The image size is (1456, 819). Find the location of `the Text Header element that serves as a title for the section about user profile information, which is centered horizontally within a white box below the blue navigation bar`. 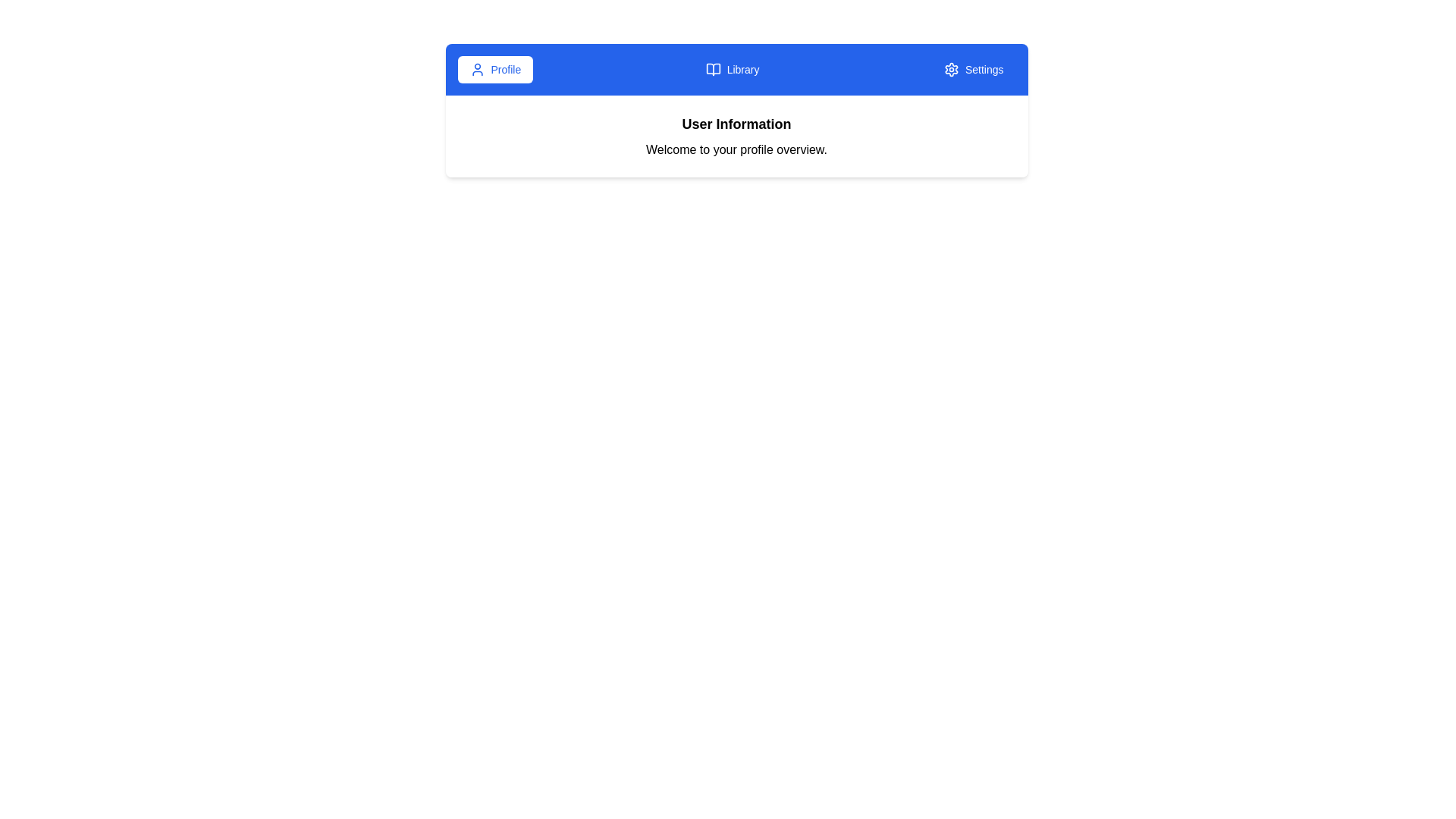

the Text Header element that serves as a title for the section about user profile information, which is centered horizontally within a white box below the blue navigation bar is located at coordinates (736, 136).